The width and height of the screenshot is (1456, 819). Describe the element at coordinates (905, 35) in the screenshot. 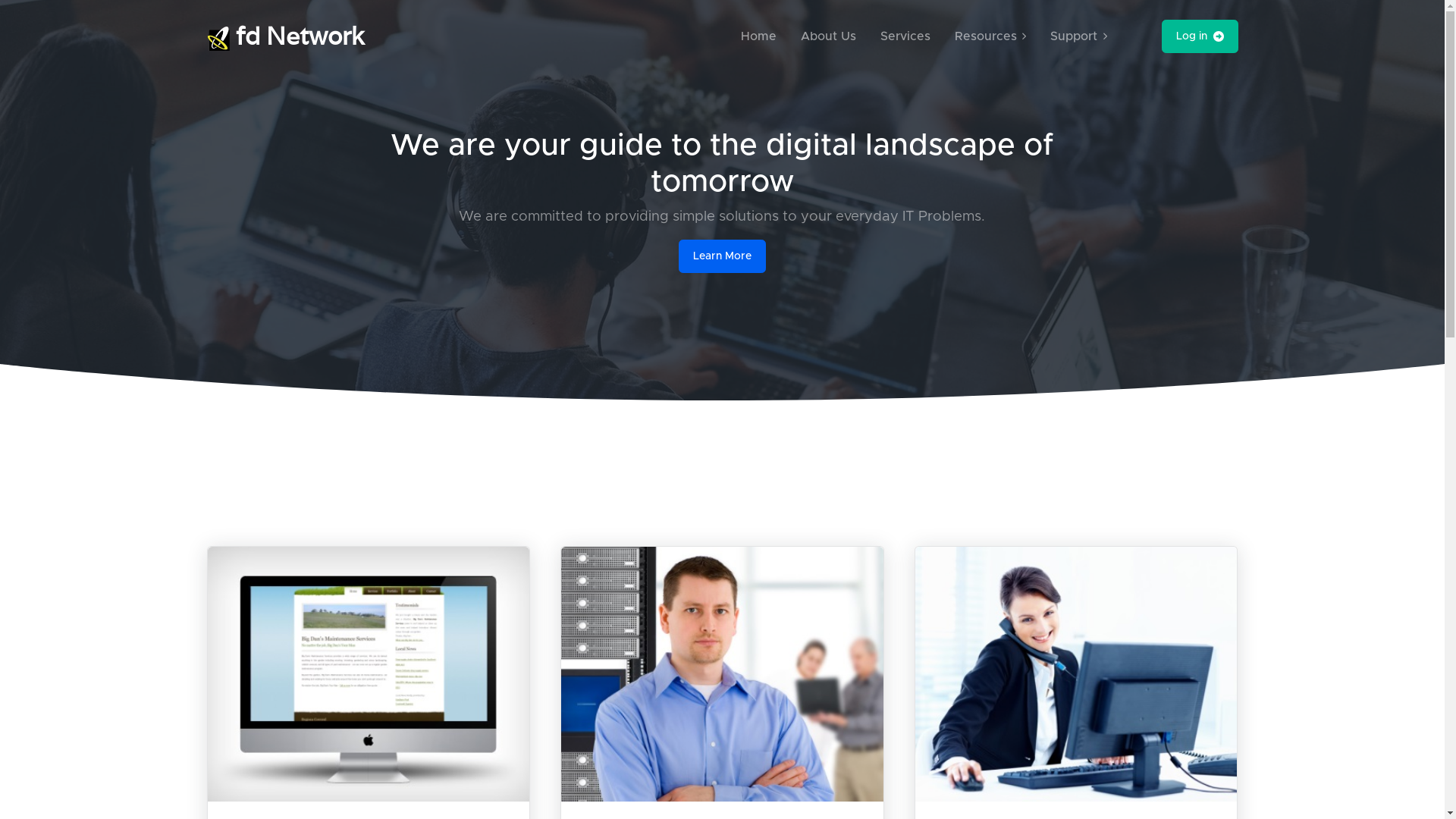

I see `'Services'` at that location.